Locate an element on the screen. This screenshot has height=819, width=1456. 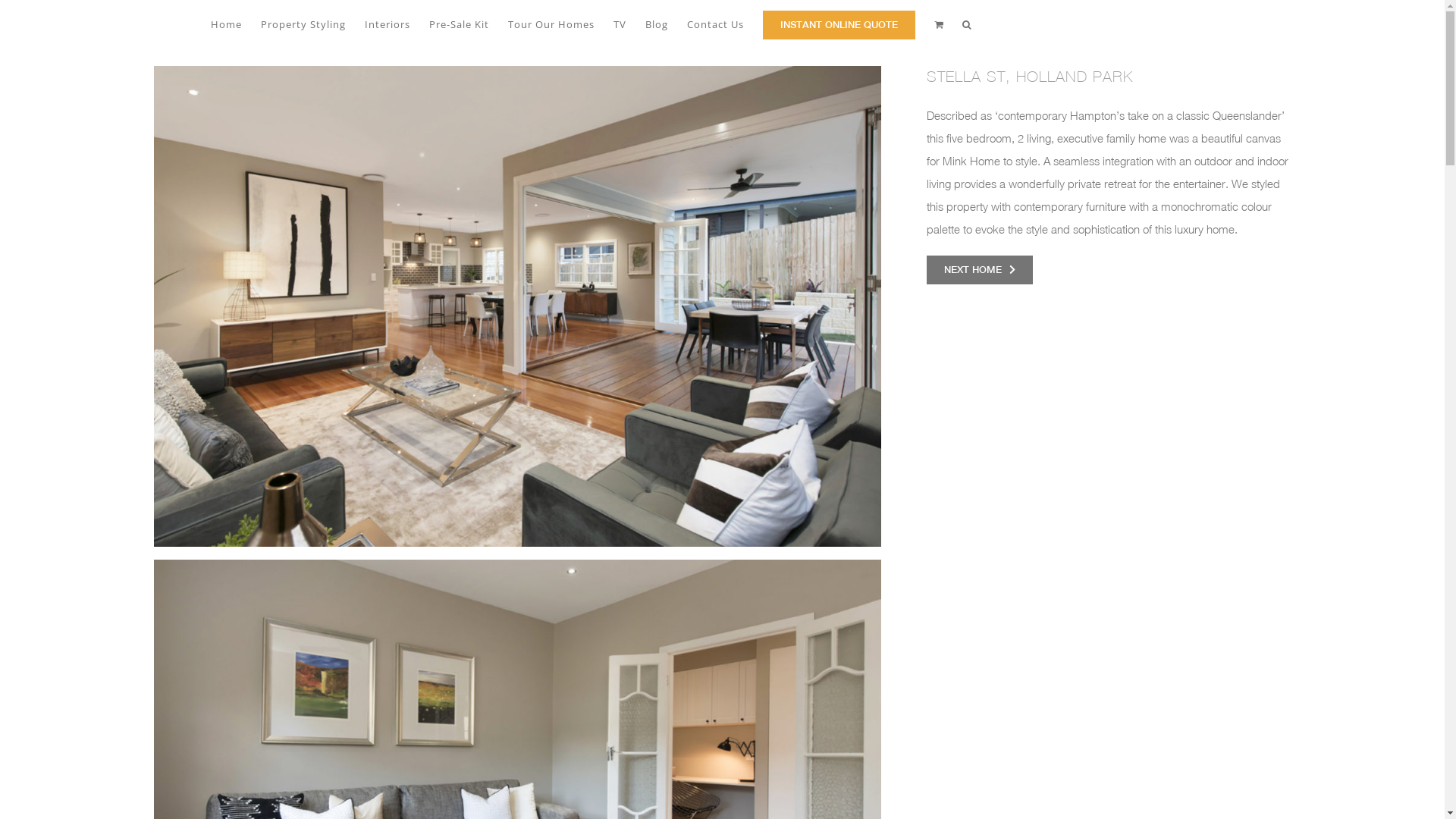
'Blog' is located at coordinates (655, 23).